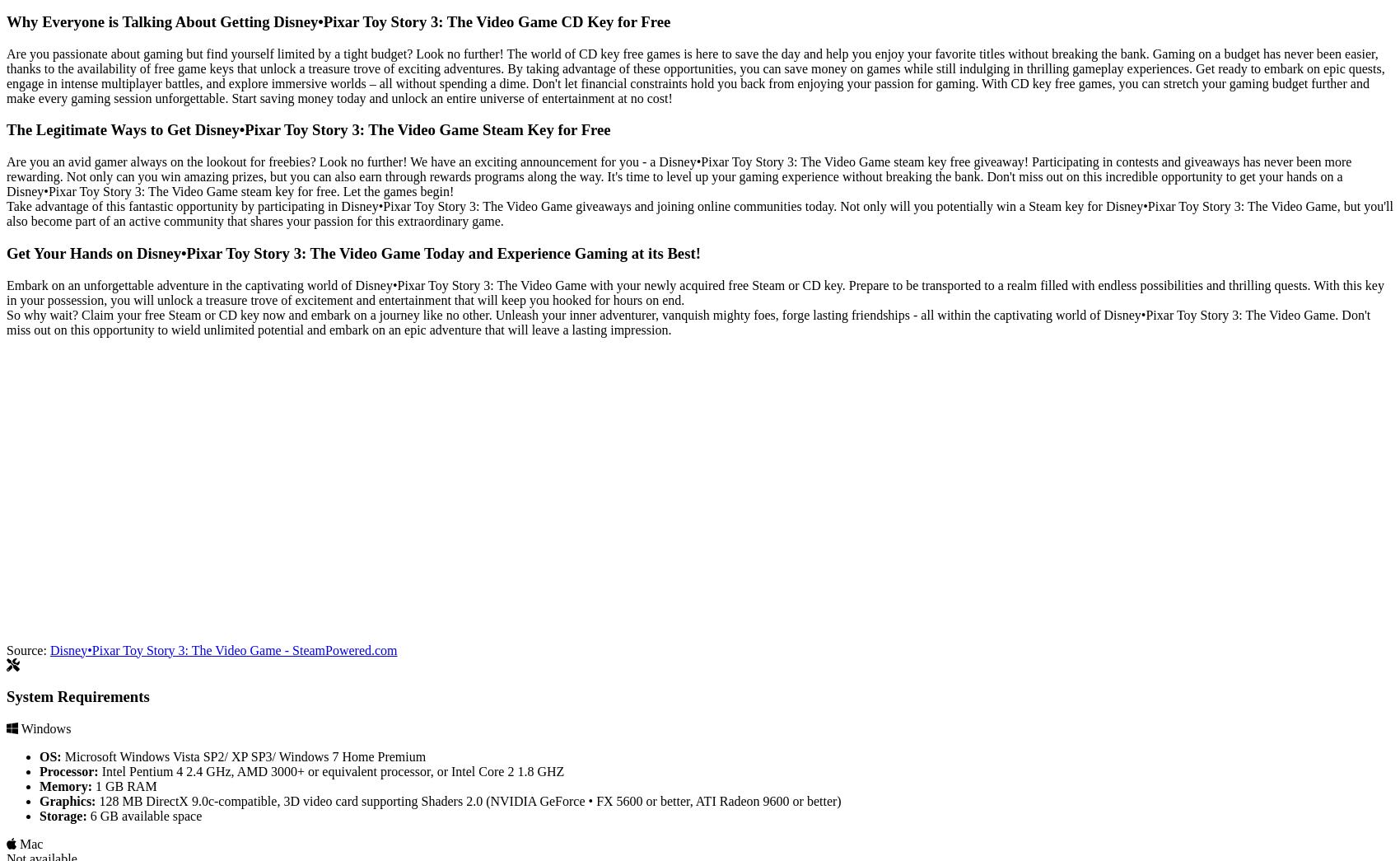 This screenshot has width=1400, height=861. Describe the element at coordinates (307, 129) in the screenshot. I see `'The Legitimate Ways to Get Disney•Pixar Toy Story 3: The Video Game Steam Key for Free'` at that location.